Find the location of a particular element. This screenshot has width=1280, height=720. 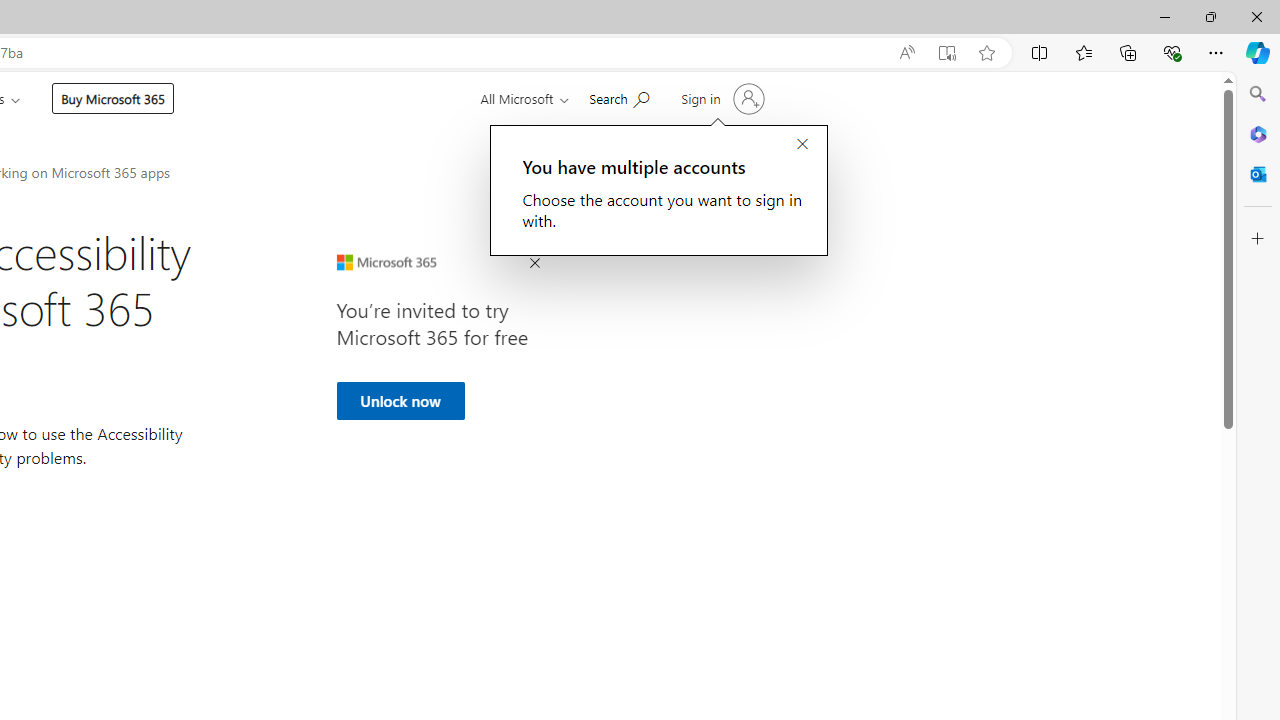

'Add this page to favorites (Ctrl+D)' is located at coordinates (986, 52).